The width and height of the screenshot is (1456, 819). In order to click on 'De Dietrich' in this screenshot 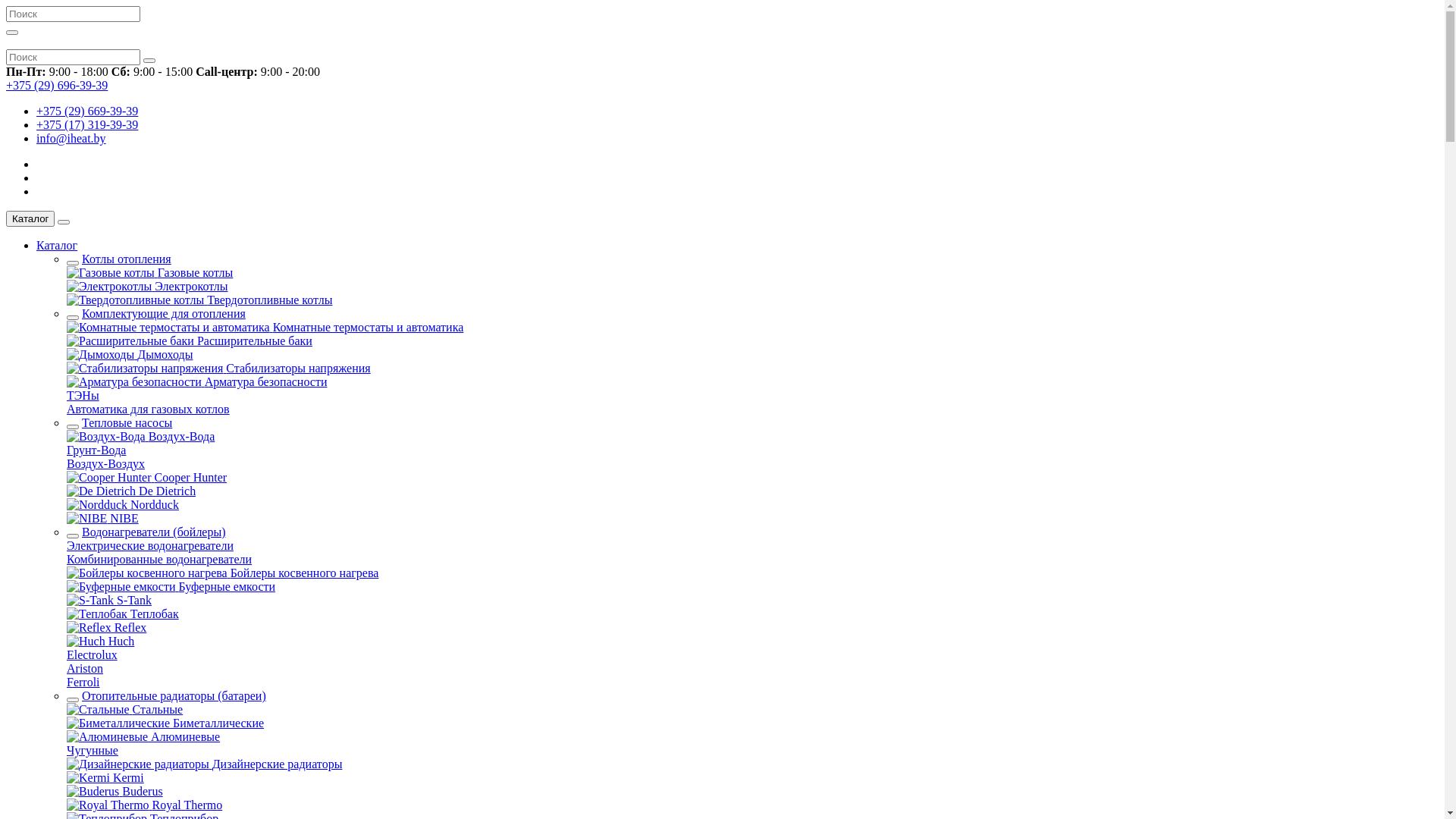, I will do `click(65, 491)`.